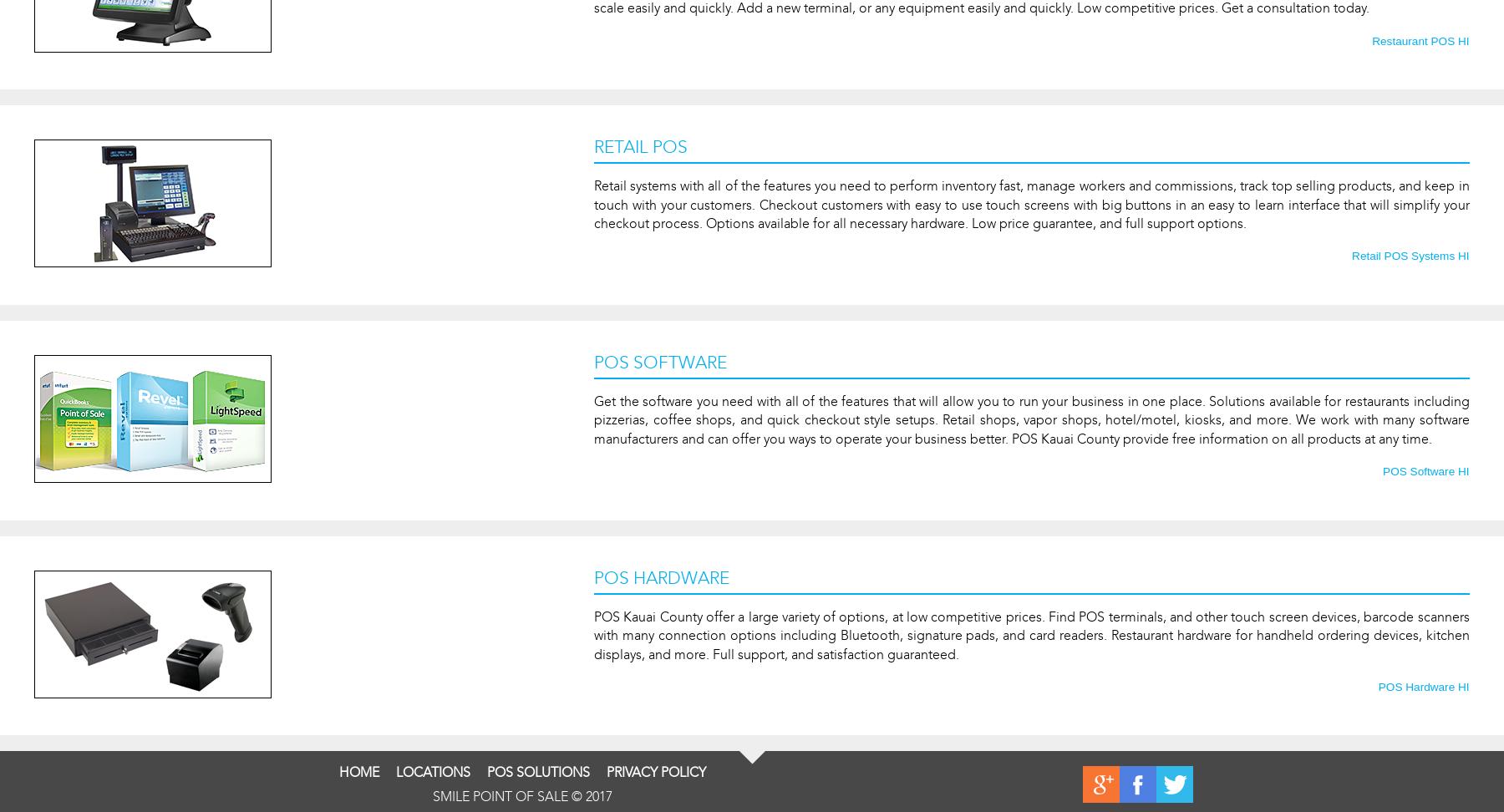  Describe the element at coordinates (1030, 635) in the screenshot. I see `'POS Kauai County offer a large variety of options, at low competitive prices. Find POS terminals, and other touch screen devices, barcode scanners with many connection options including Bluetooth, signature pads, and card readers. Restaurant hardware for handheld ordering devices, kitchen displays, and more. Full support, and satisfaction guaranteed.'` at that location.